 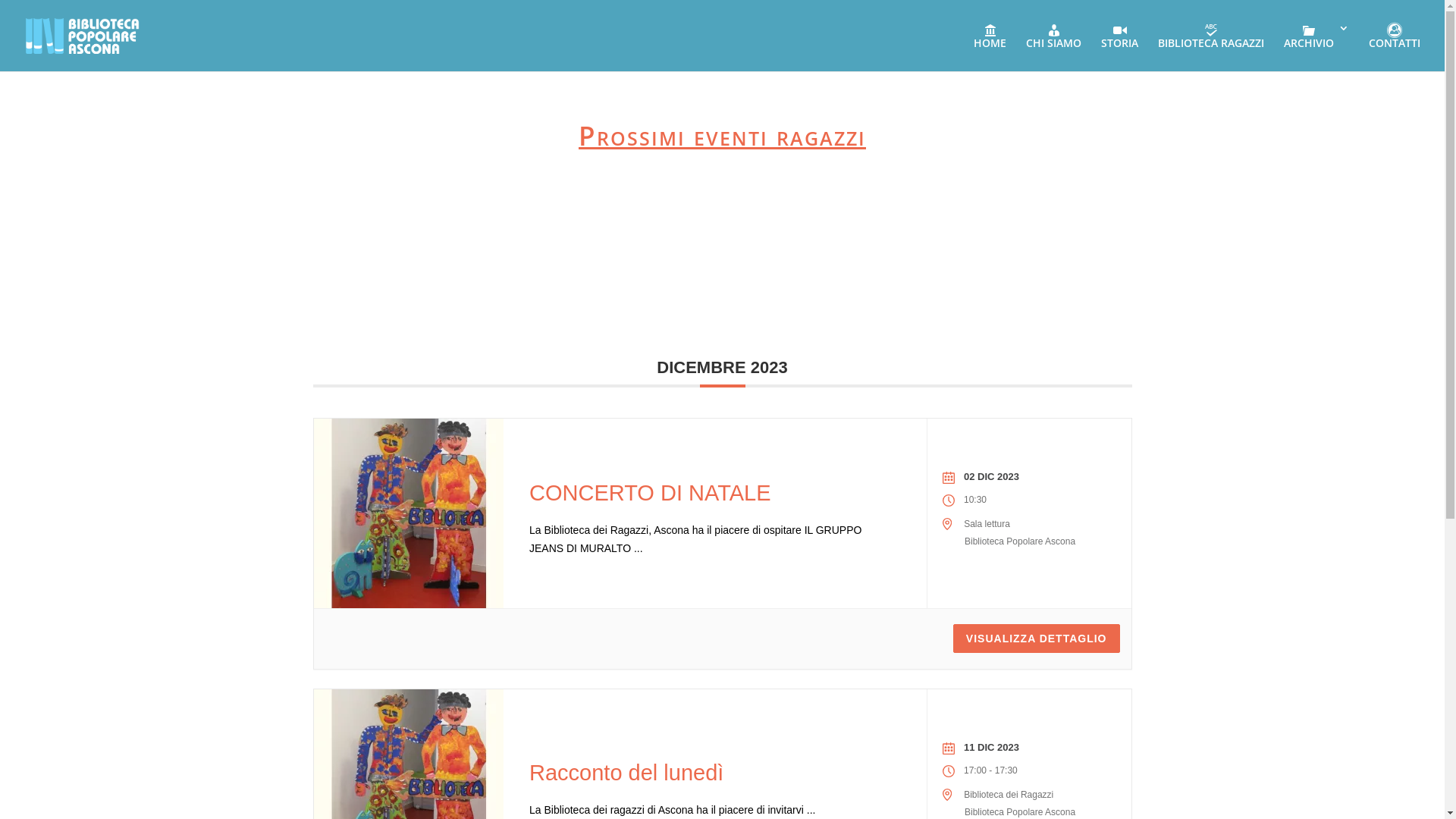 I want to click on 'CHI SIAMO', so click(x=1053, y=45).